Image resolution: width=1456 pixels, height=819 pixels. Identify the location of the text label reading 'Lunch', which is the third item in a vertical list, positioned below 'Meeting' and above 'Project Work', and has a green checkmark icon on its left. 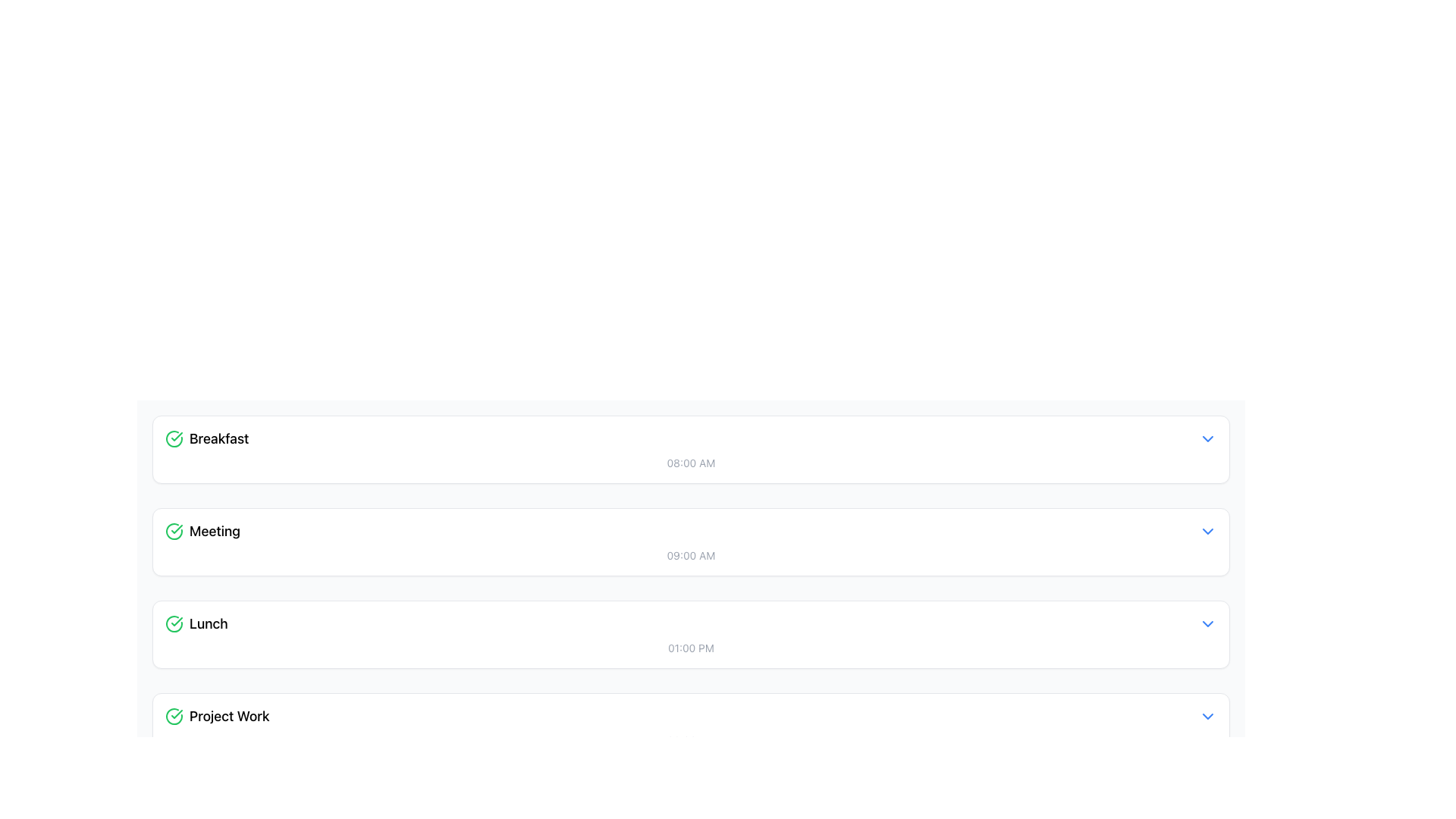
(208, 623).